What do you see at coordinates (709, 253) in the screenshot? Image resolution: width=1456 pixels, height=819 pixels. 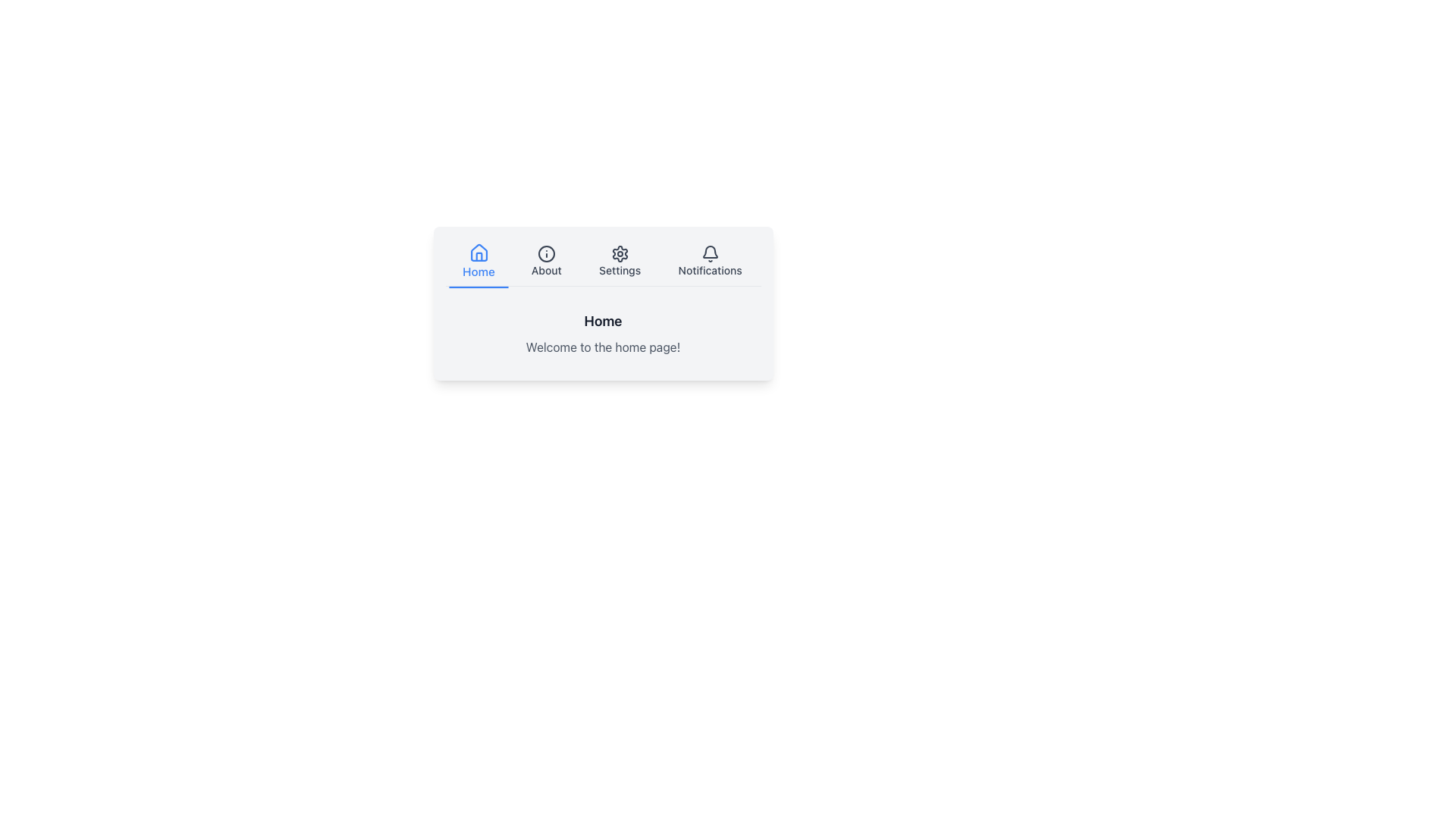 I see `the black bell icon positioned beside the 'Notifications' label in the horizontal navigation bar` at bounding box center [709, 253].